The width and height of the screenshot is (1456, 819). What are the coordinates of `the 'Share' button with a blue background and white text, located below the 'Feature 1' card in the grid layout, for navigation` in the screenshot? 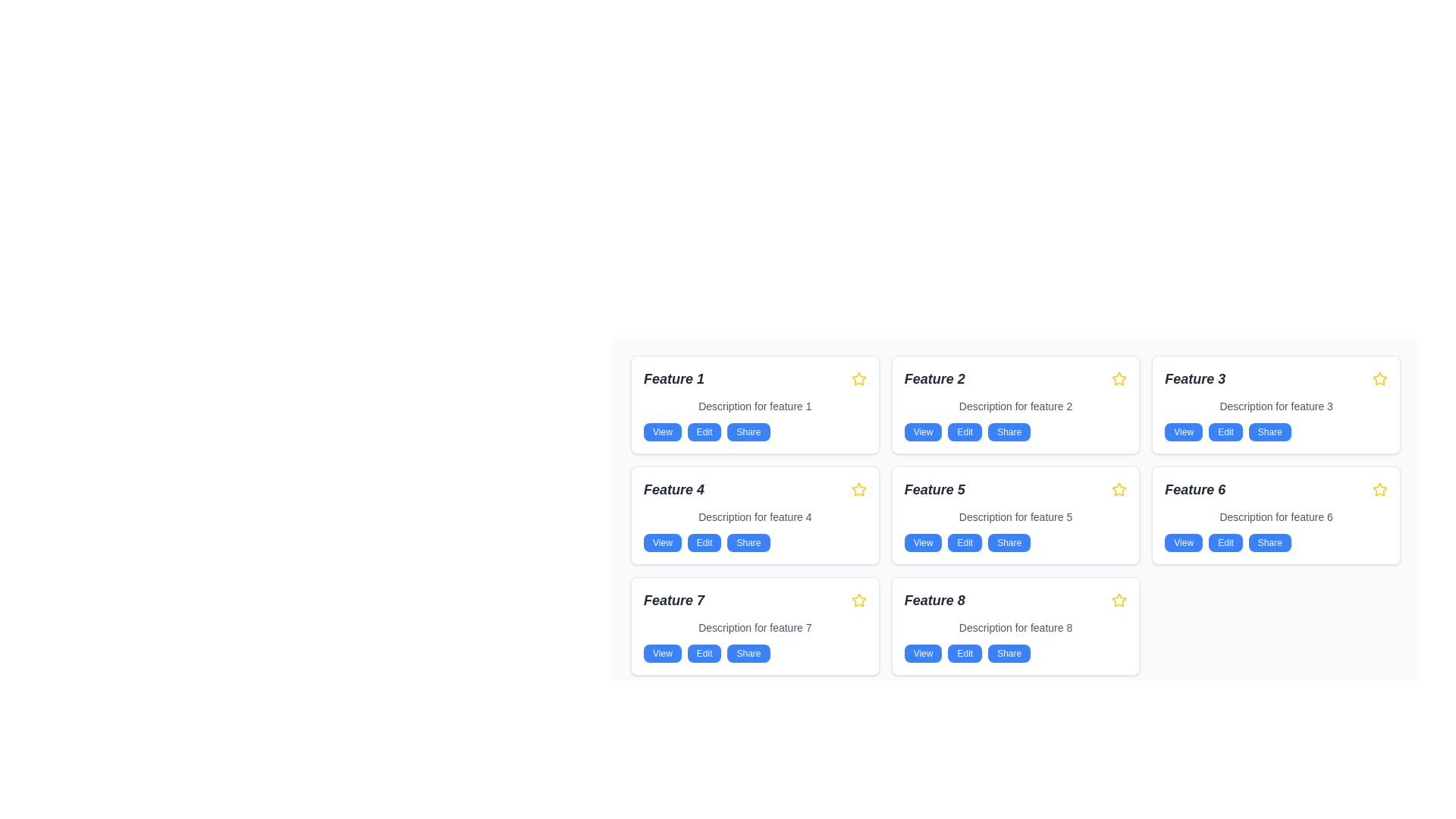 It's located at (748, 432).